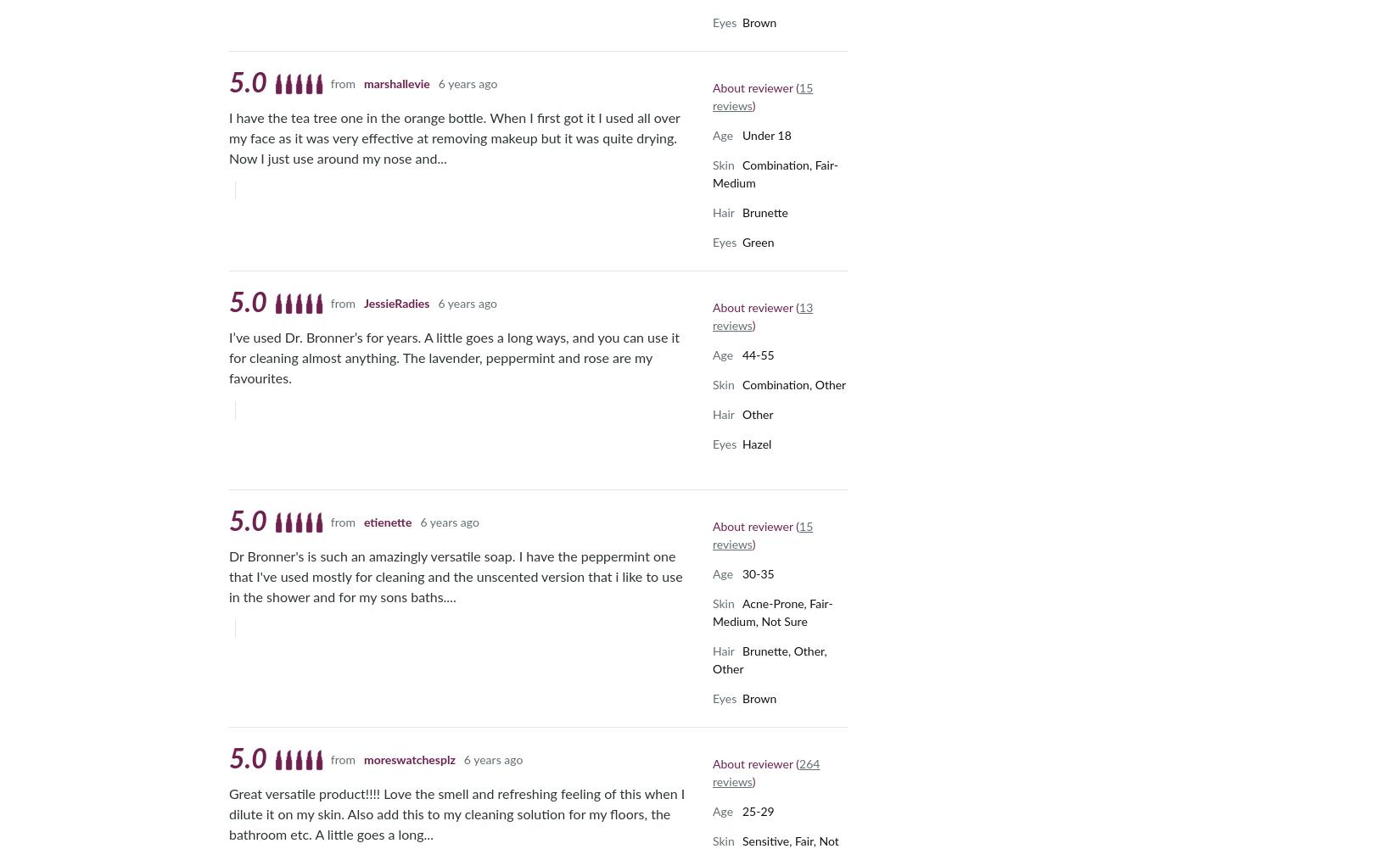  I want to click on 'Brunette, Other, Other', so click(770, 660).